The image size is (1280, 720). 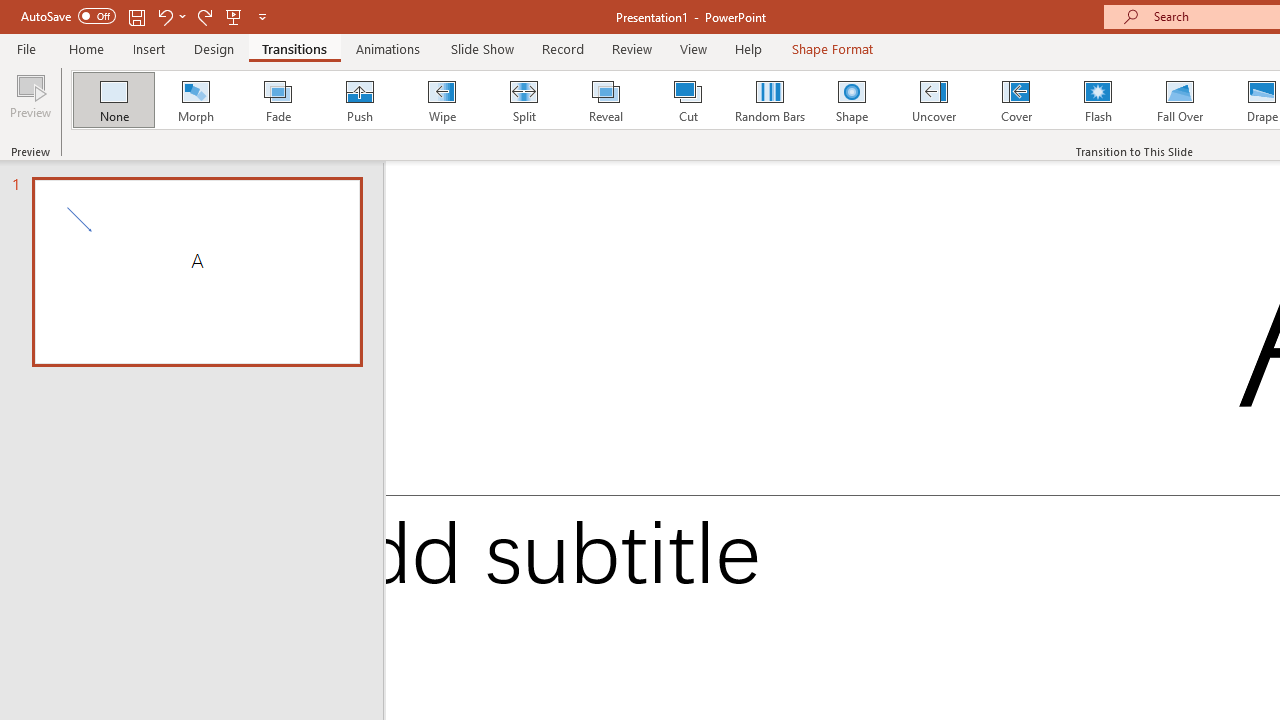 I want to click on 'Flash', so click(x=1097, y=100).